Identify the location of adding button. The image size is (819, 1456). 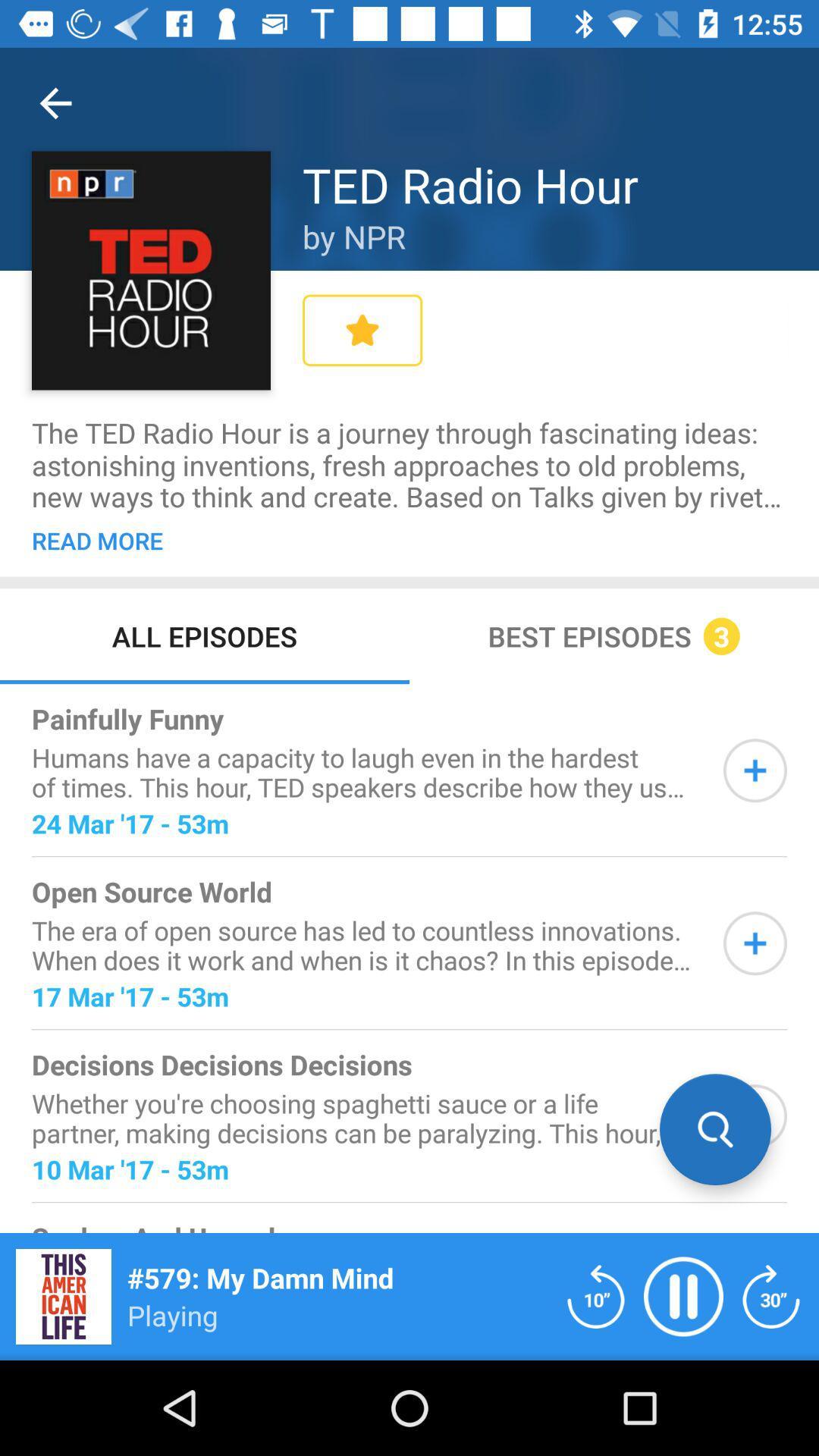
(755, 943).